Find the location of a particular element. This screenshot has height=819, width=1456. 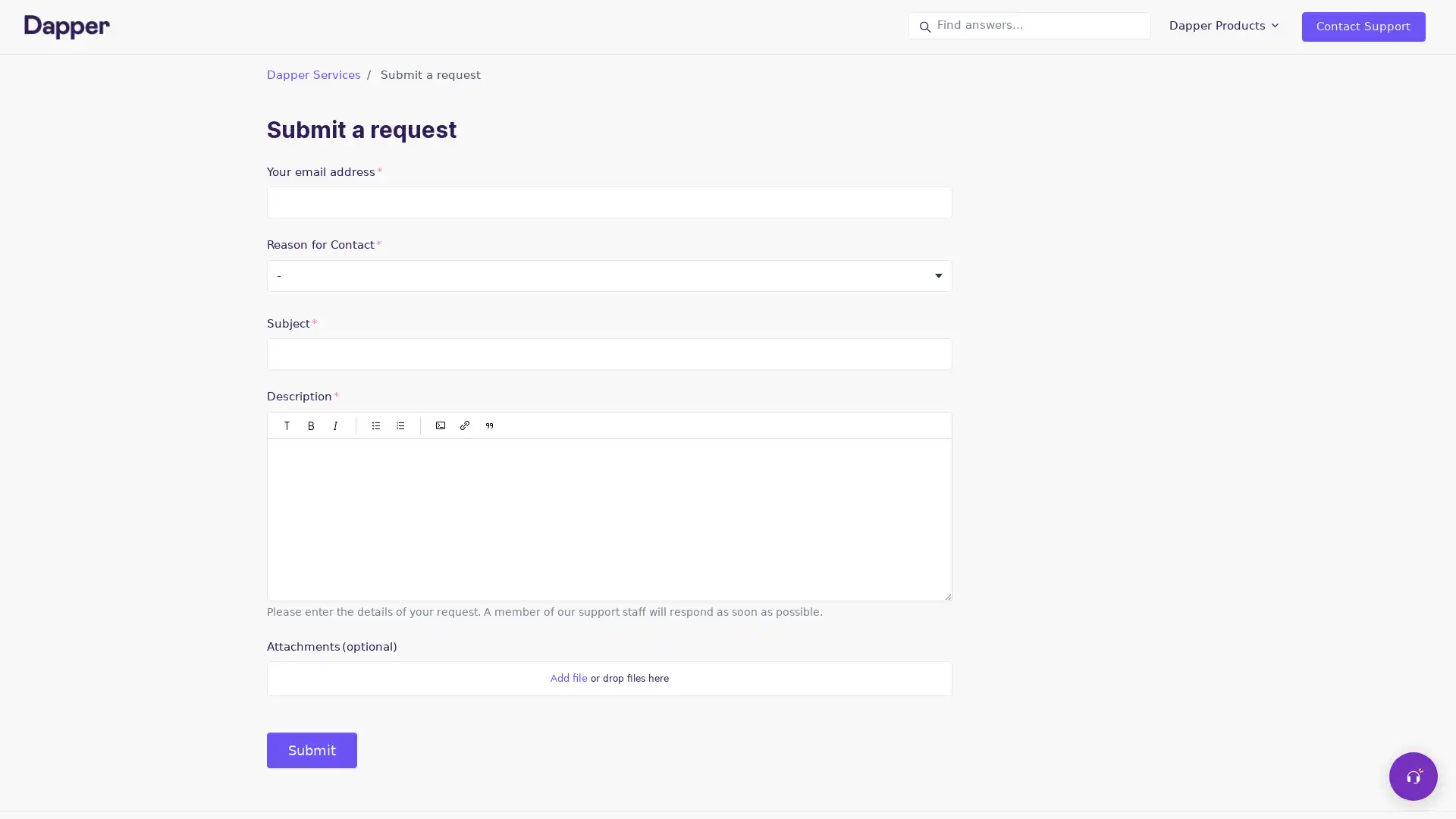

Paragraph styles is located at coordinates (287, 425).